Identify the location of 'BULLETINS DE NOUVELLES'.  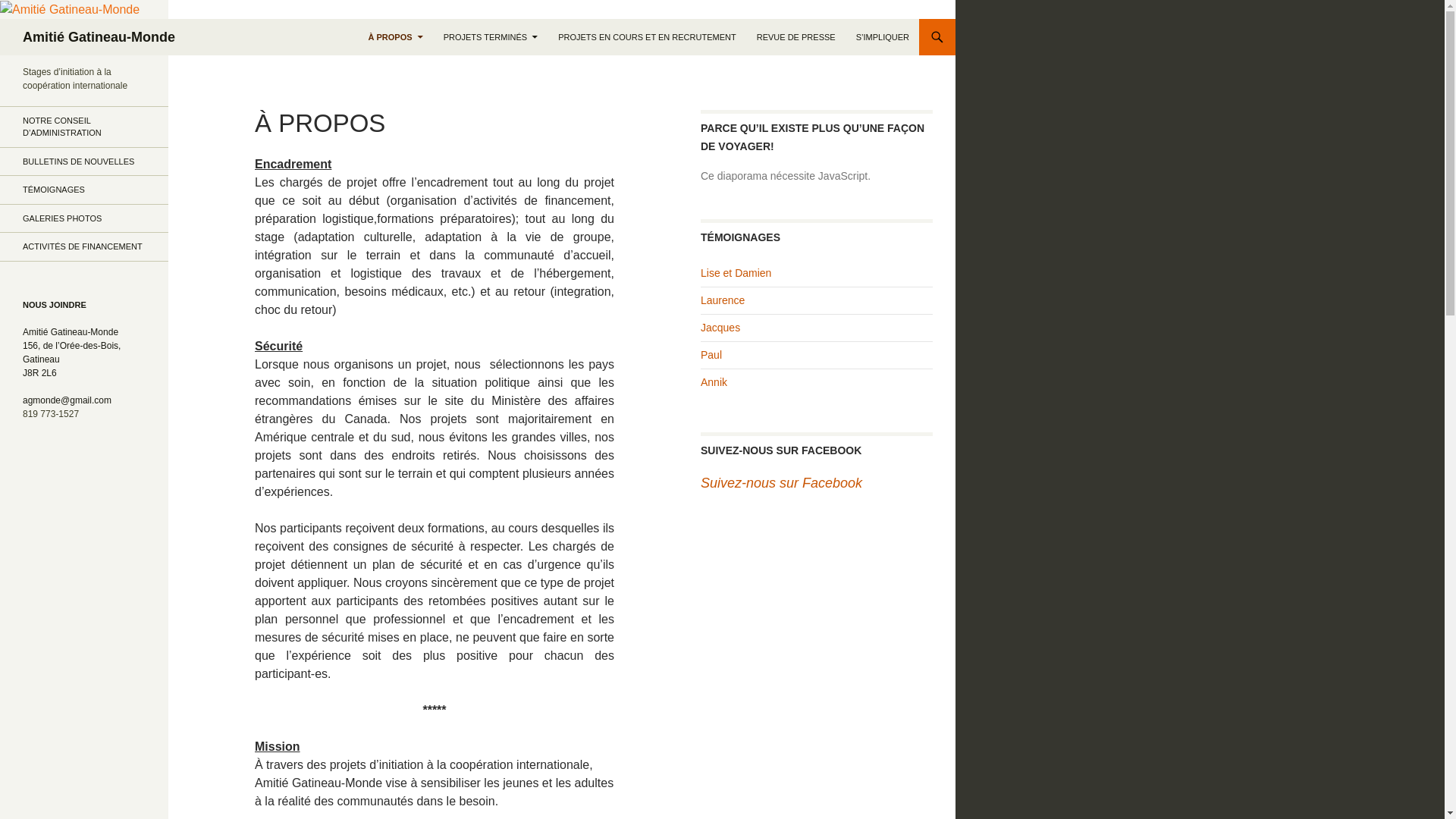
(83, 162).